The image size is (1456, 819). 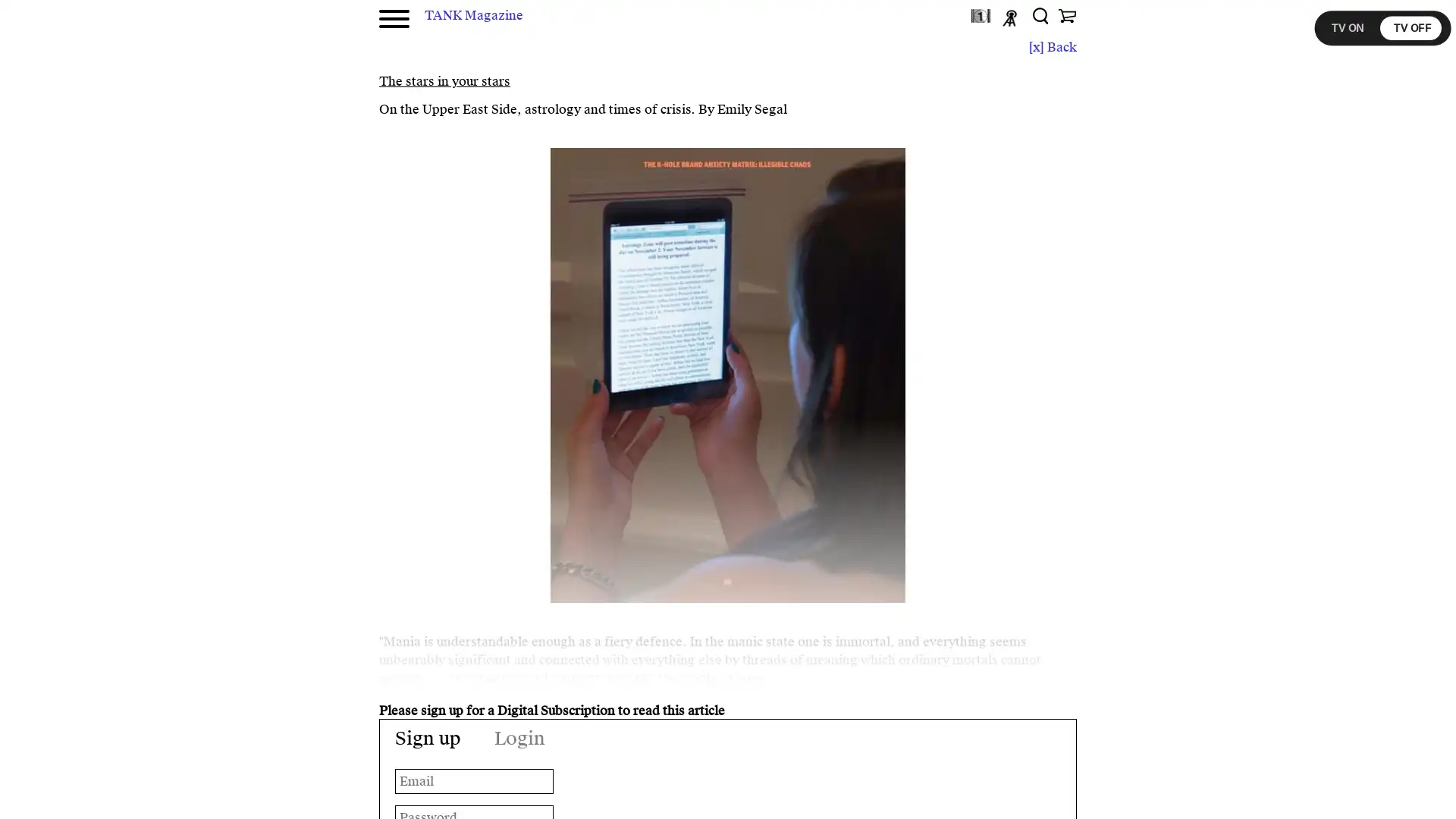 What do you see at coordinates (1040, 15) in the screenshot?
I see `Search` at bounding box center [1040, 15].